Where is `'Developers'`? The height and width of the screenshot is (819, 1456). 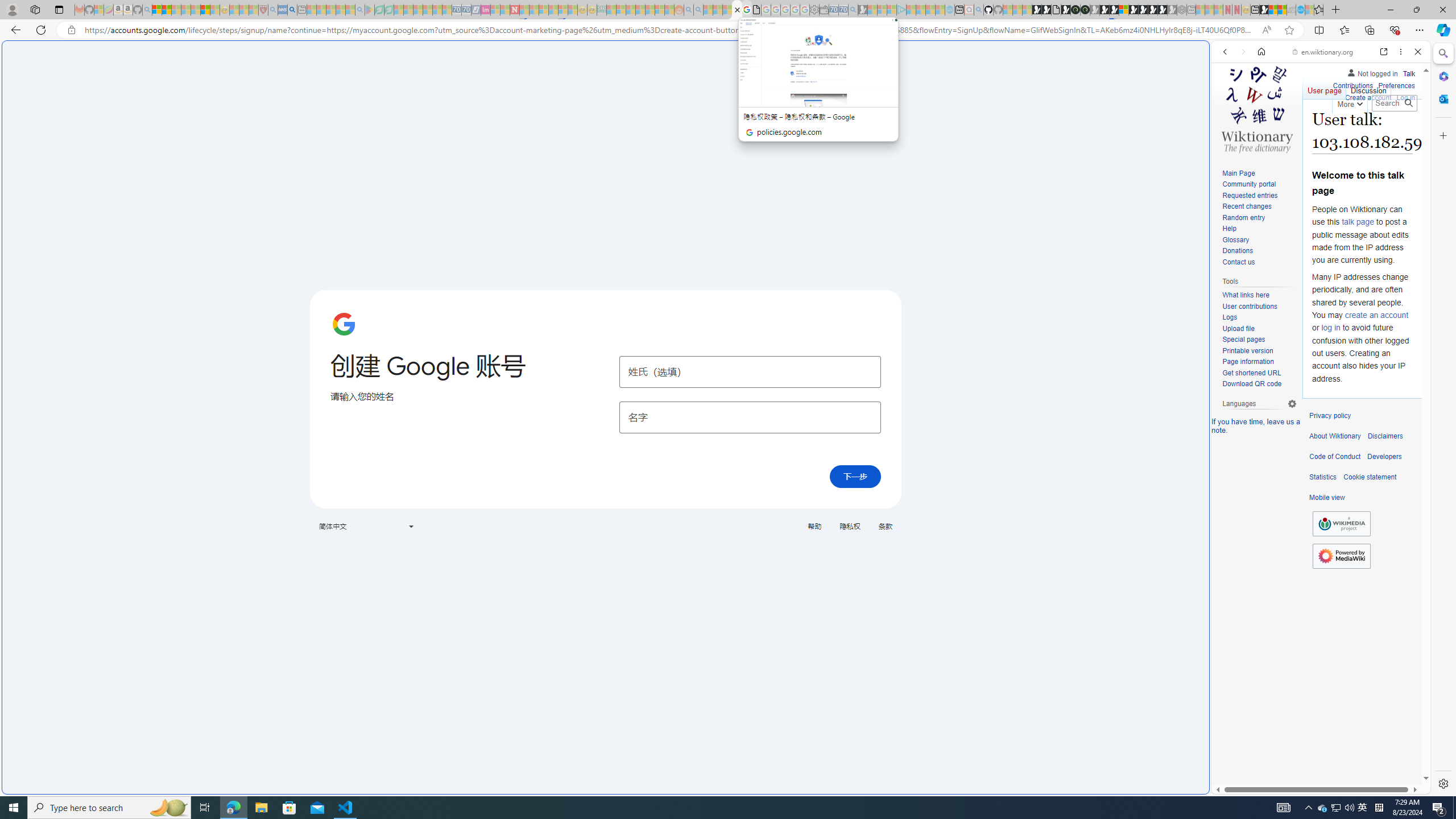 'Developers' is located at coordinates (1384, 457).